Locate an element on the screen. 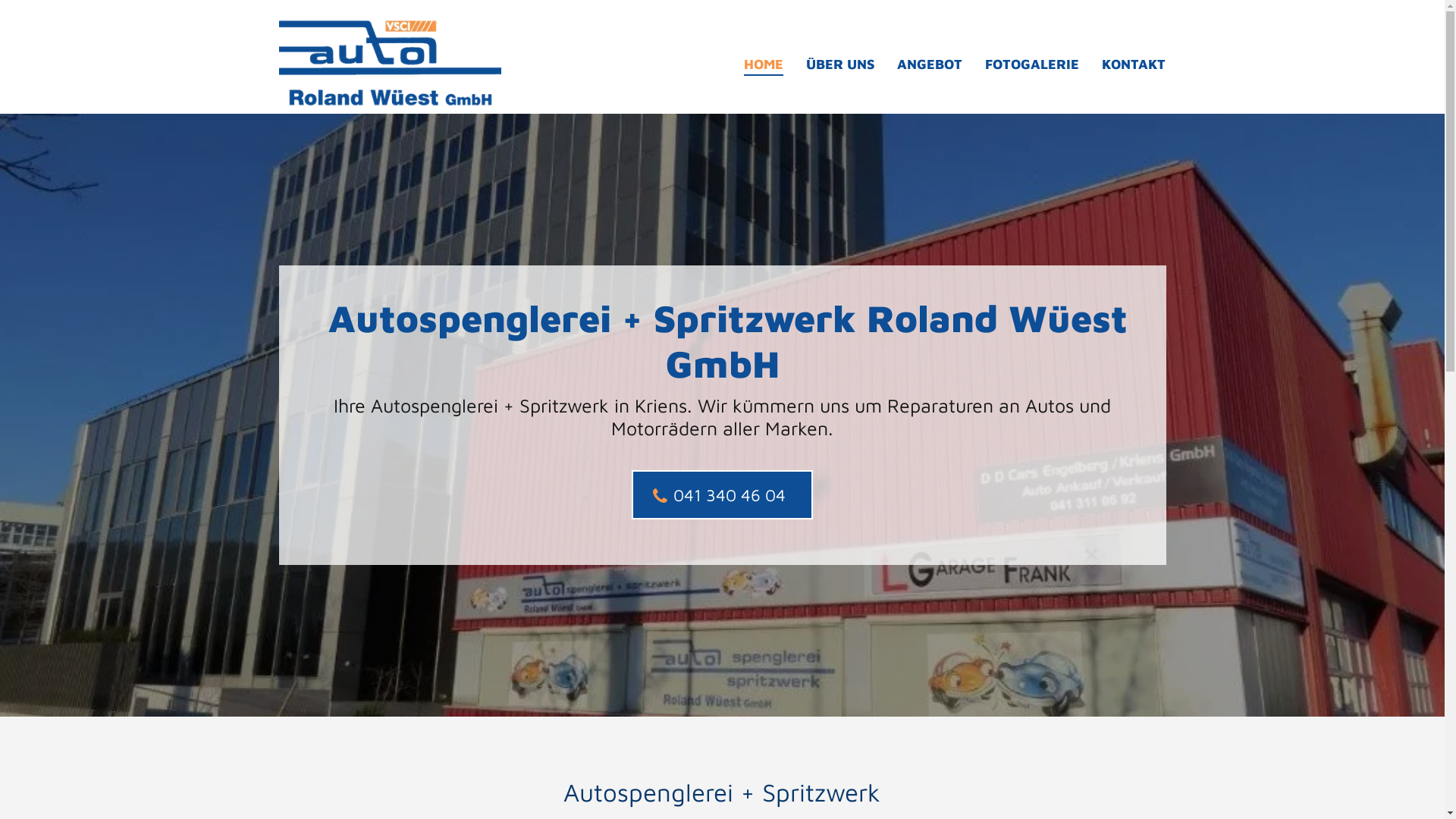 Image resolution: width=1456 pixels, height=819 pixels. 'ANGEBOT' is located at coordinates (928, 60).